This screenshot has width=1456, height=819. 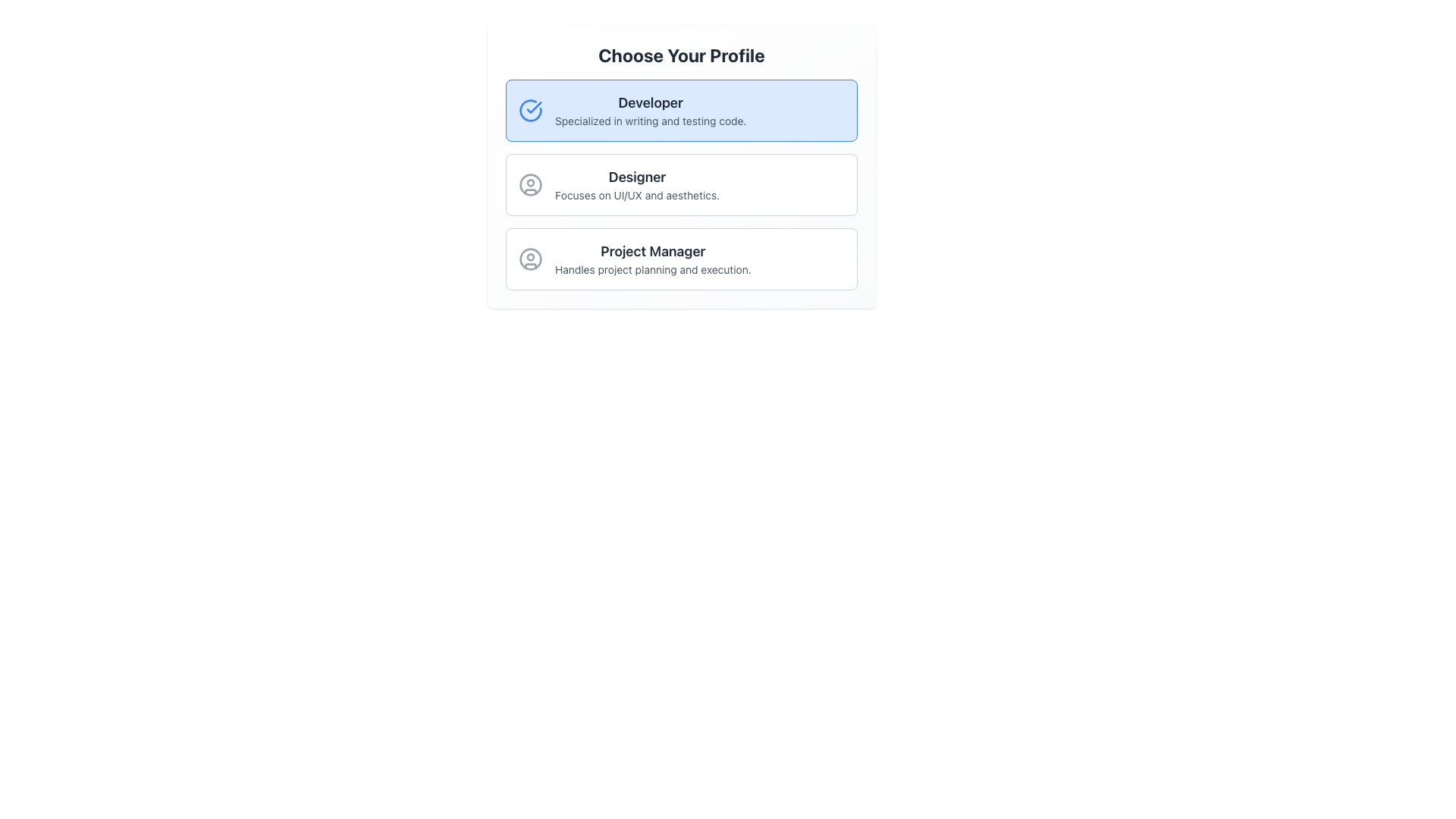 What do you see at coordinates (637, 184) in the screenshot?
I see `the Text block titled 'Designer', which is positioned between 'Developer' and 'Project Manager' in a vertical list` at bounding box center [637, 184].